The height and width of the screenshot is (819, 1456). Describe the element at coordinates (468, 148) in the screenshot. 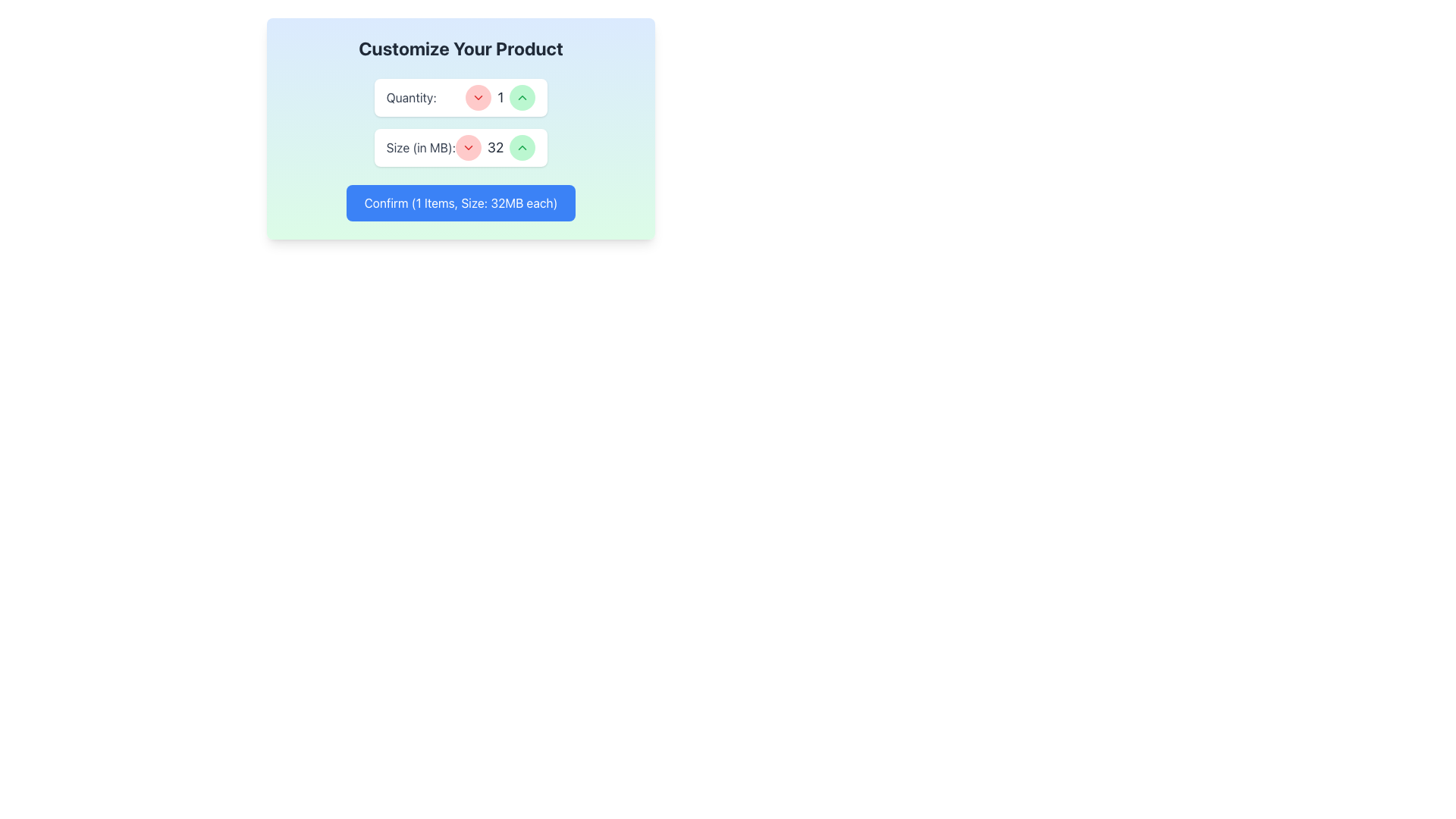

I see `the Chevron icon embedded in the button located to the left of the 'Size (in MB):' input field` at that location.